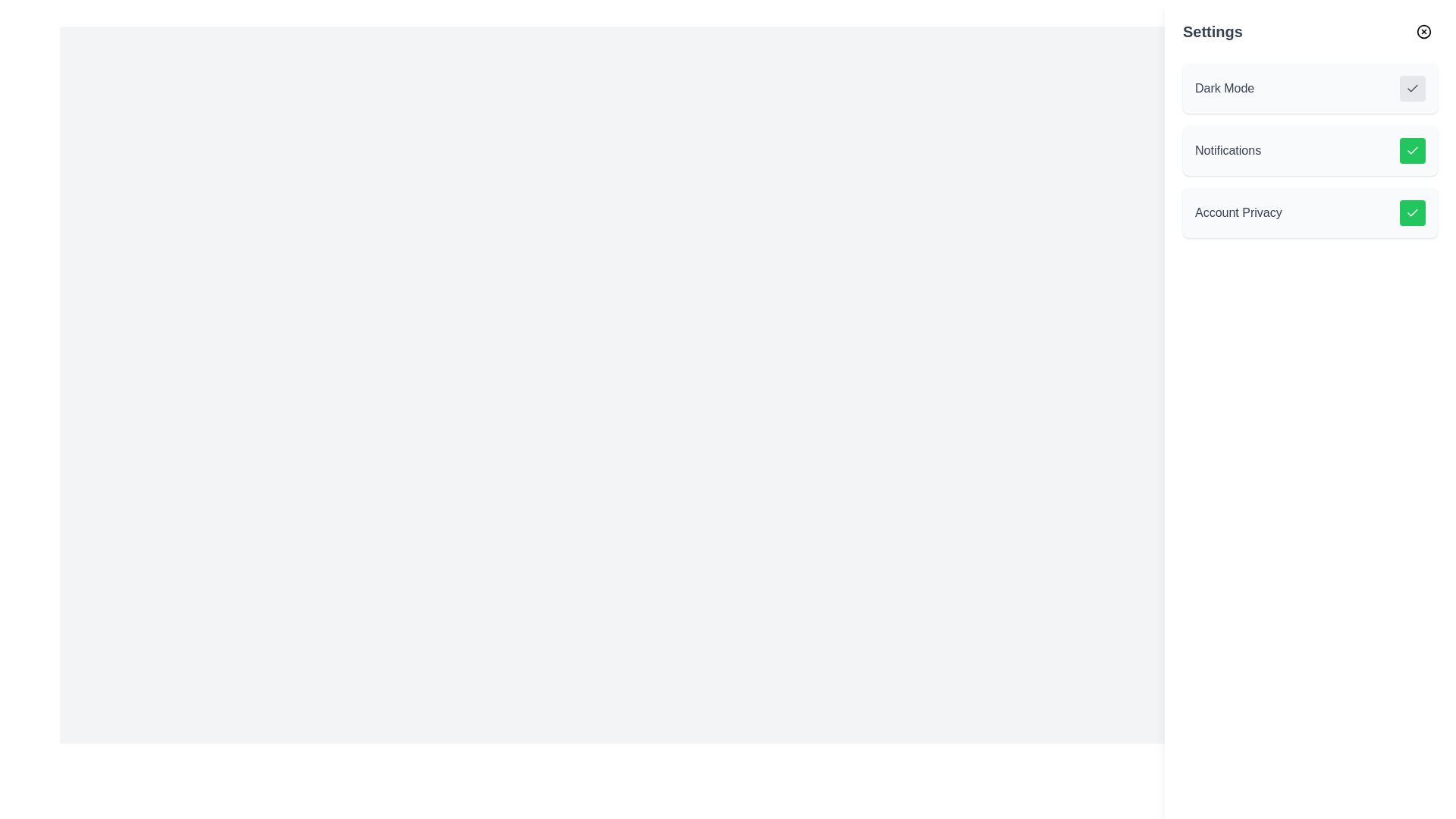  What do you see at coordinates (1228, 151) in the screenshot?
I see `the 'Notifications' text label displayed in gray font within the settings panel, located on the right side of the page, next to a green checkmark button` at bounding box center [1228, 151].